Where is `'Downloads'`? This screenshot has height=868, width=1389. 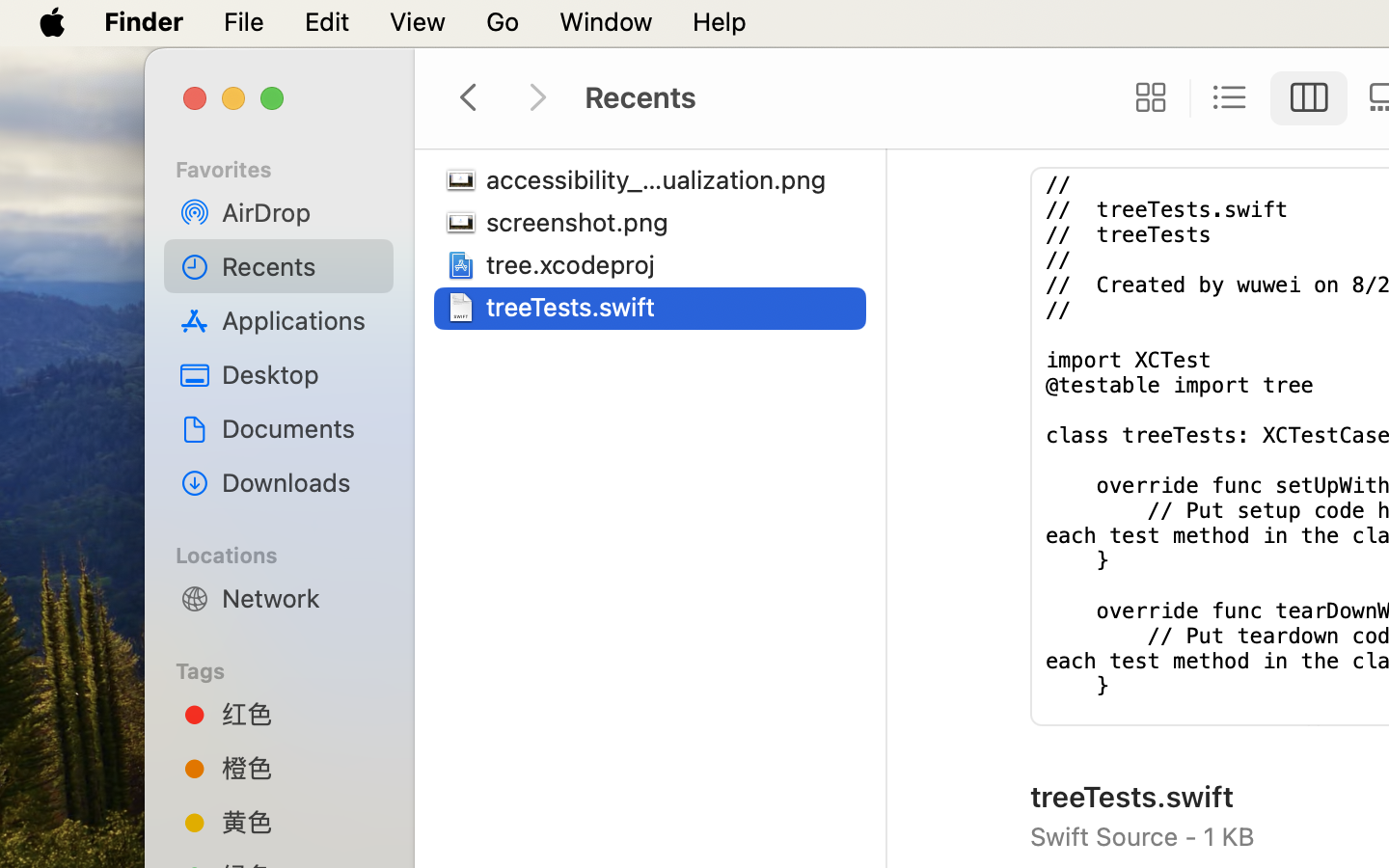 'Downloads' is located at coordinates (300, 481).